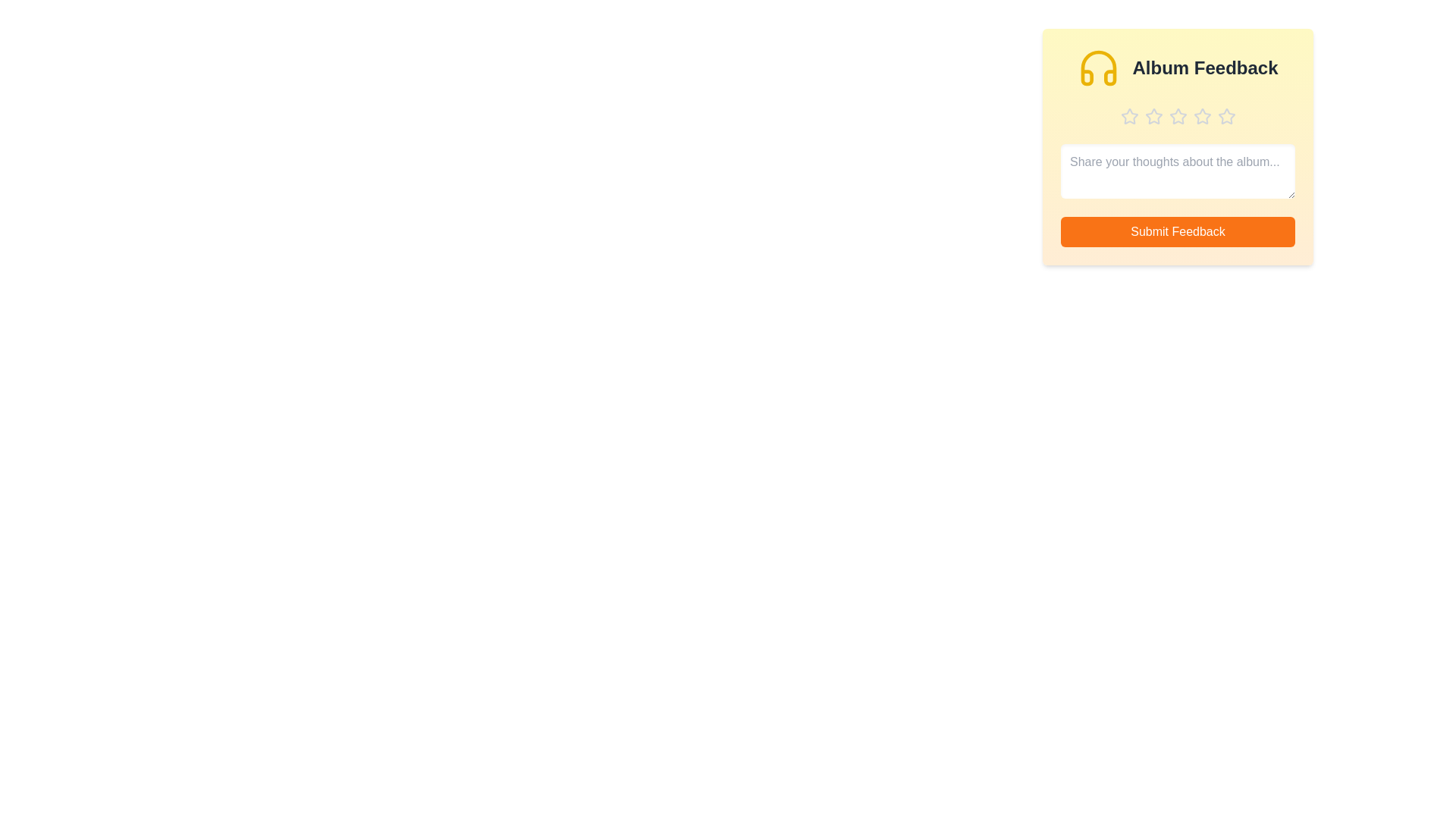 The height and width of the screenshot is (819, 1456). I want to click on the album rating to 5 stars by clicking the corresponding star button, so click(1226, 116).